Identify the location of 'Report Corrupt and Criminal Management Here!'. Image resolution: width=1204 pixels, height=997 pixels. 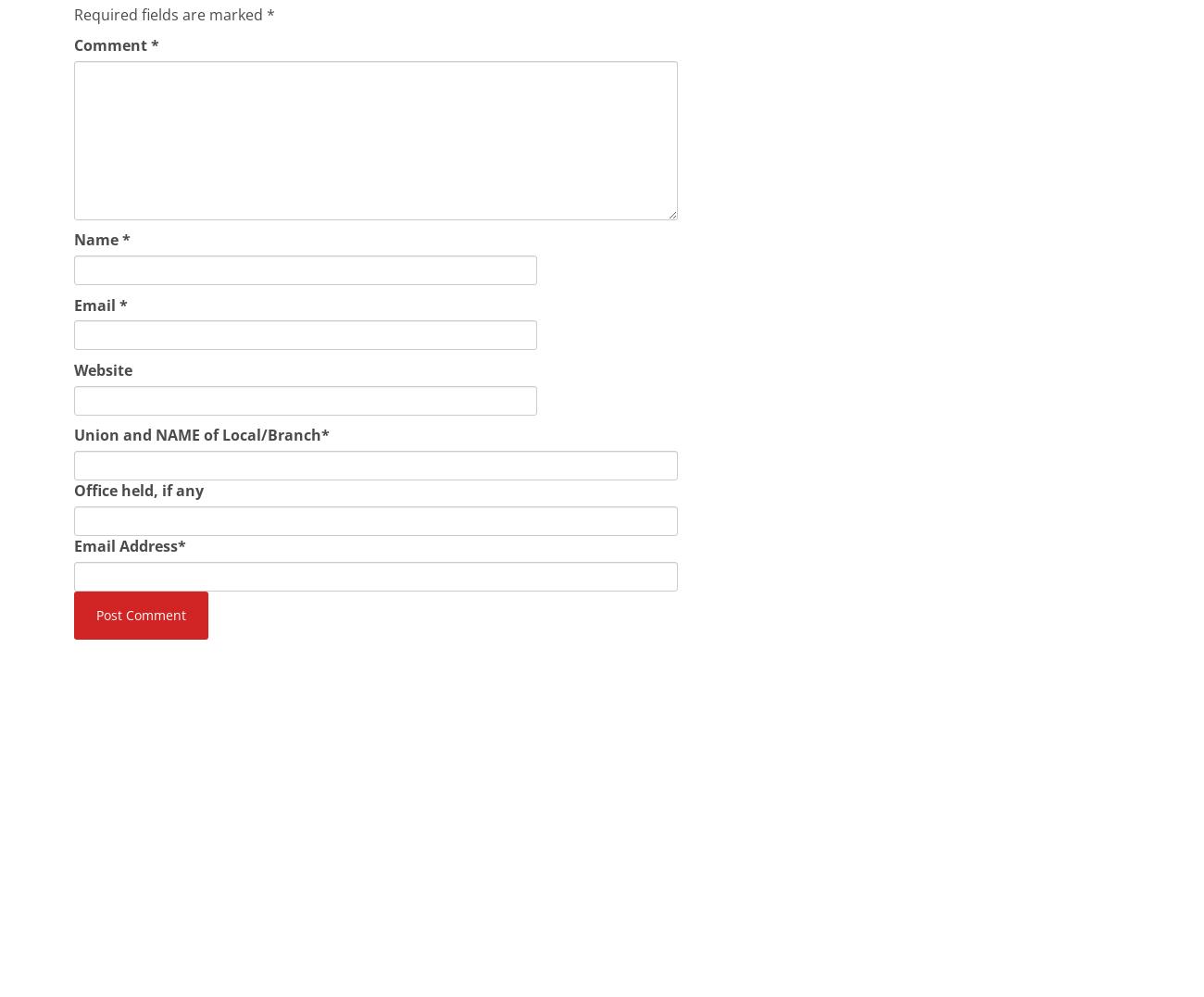
(572, 795).